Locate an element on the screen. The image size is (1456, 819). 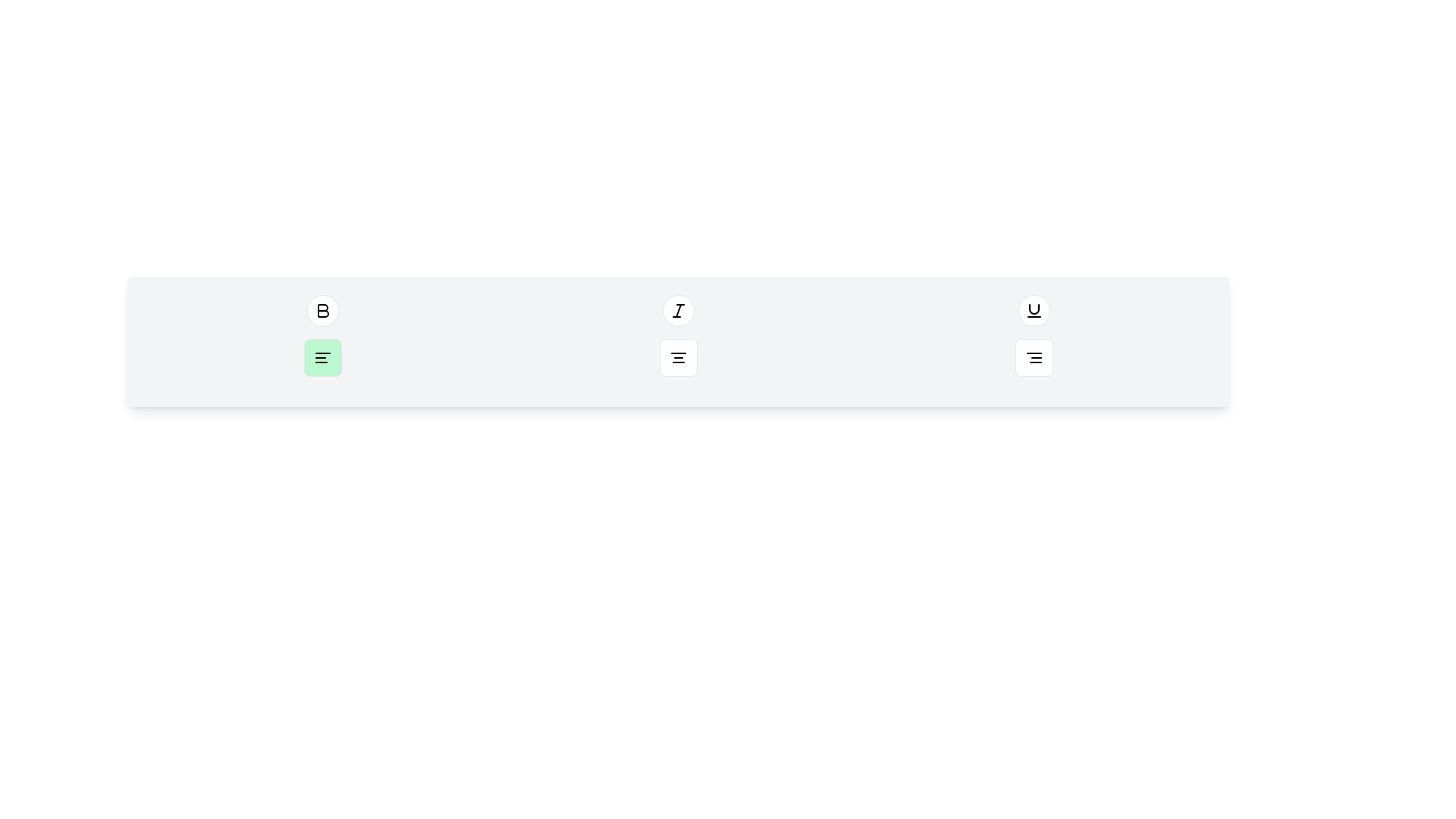
the alignment icon located at the center of the green square button below the bold 'B' text is located at coordinates (322, 357).